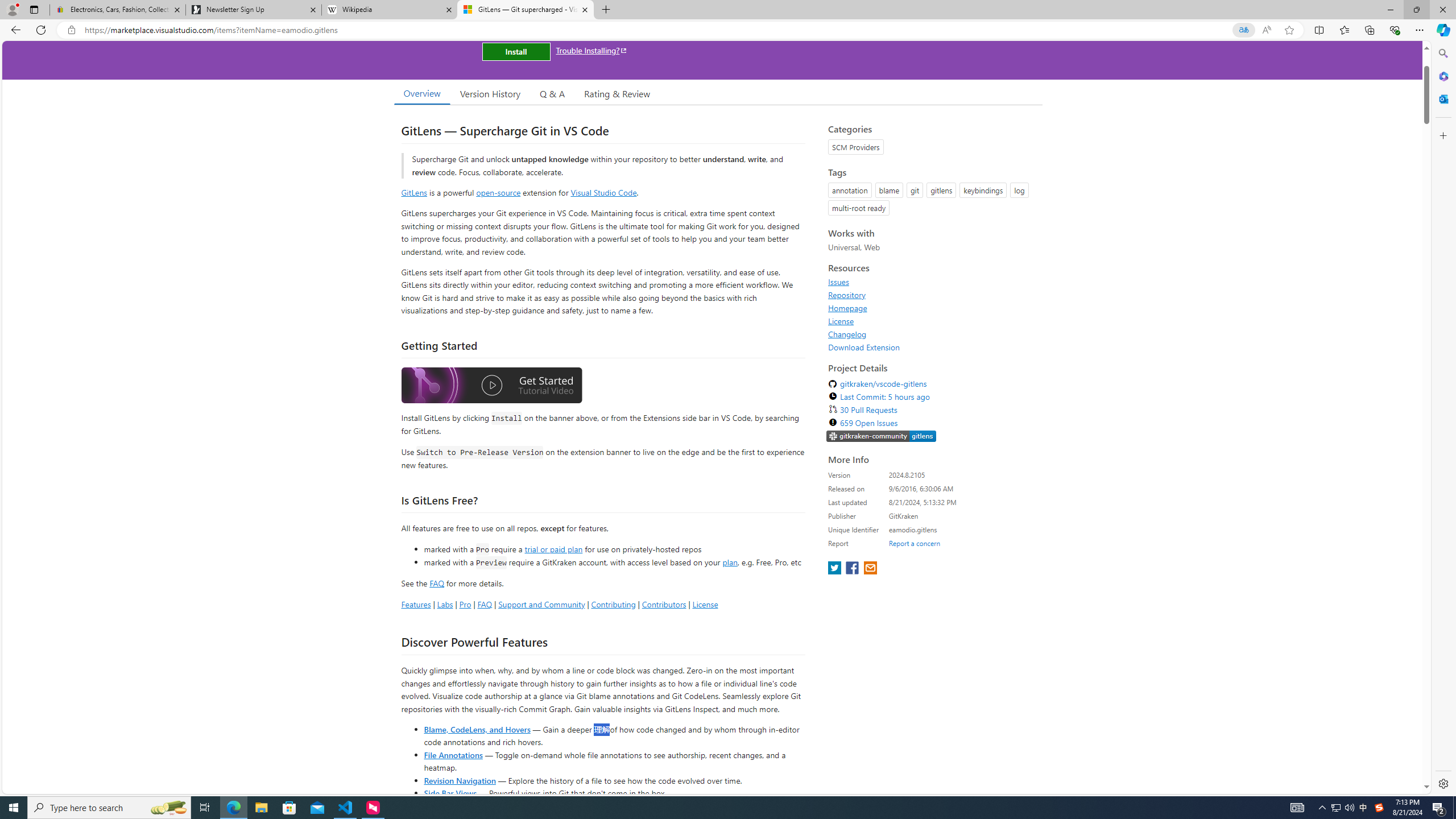 This screenshot has height=819, width=1456. What do you see at coordinates (853, 568) in the screenshot?
I see `'share extension on facebook'` at bounding box center [853, 568].